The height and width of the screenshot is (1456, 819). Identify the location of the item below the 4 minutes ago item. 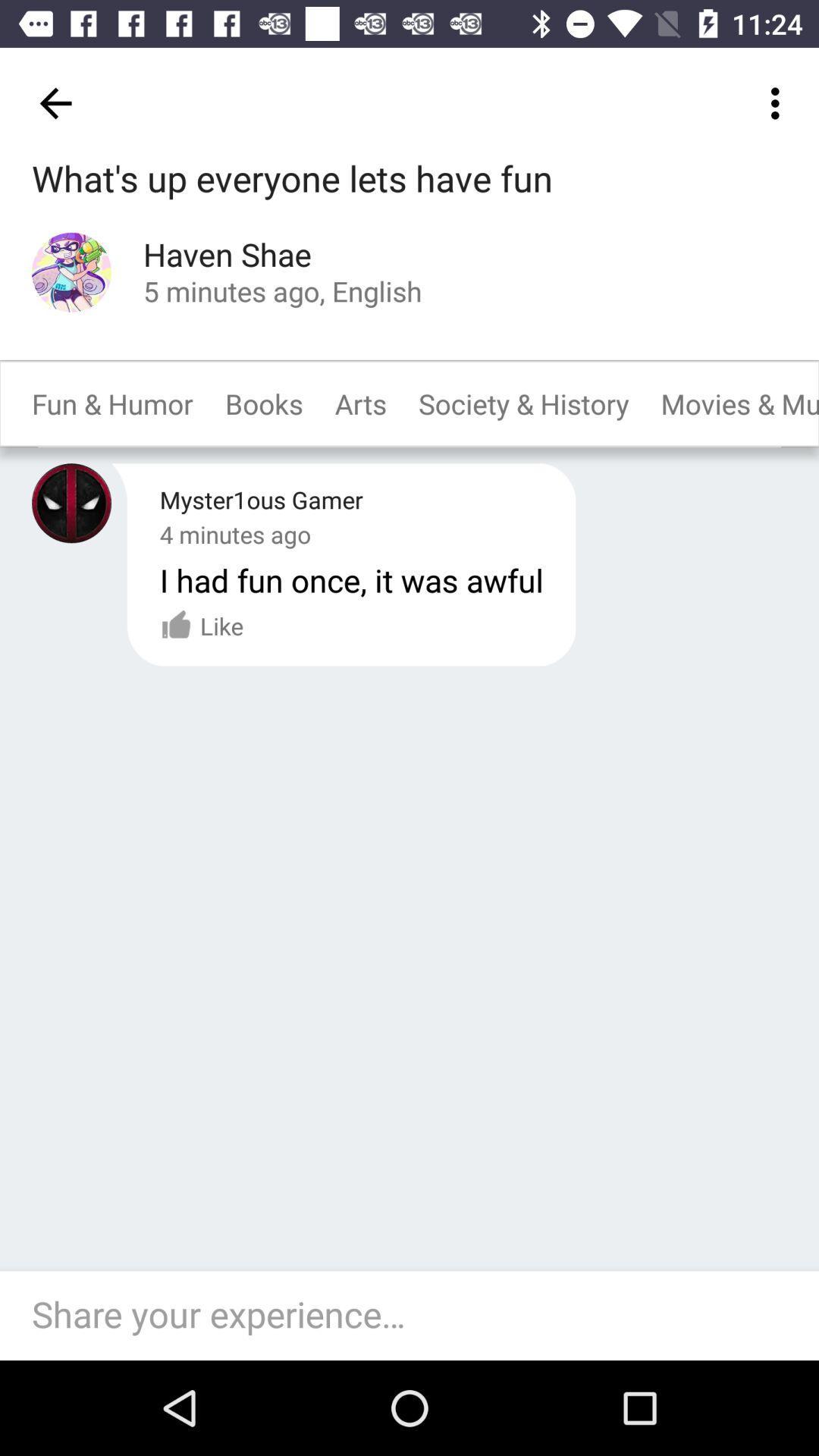
(351, 579).